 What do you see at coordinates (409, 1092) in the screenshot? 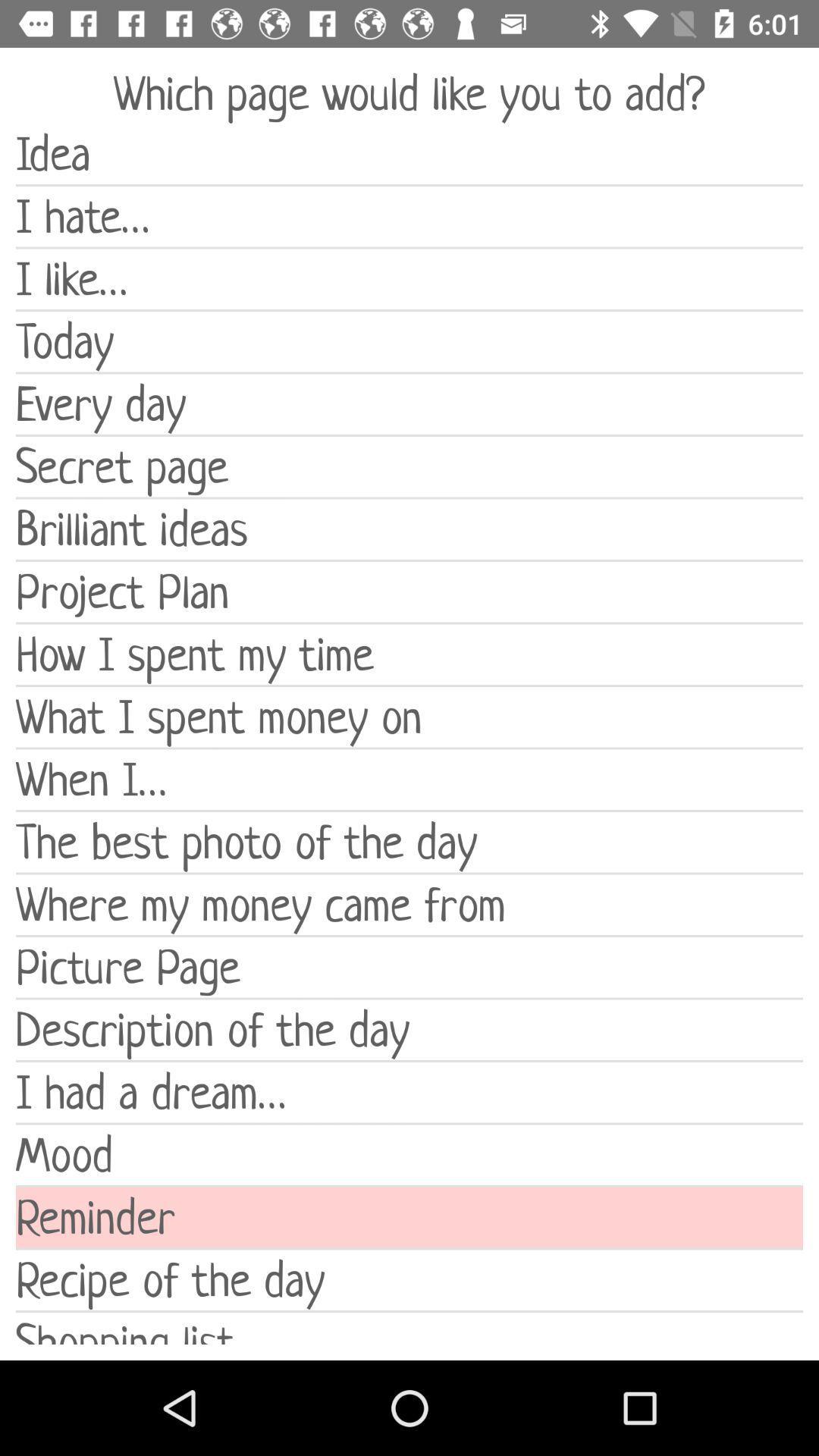
I see `i had a` at bounding box center [409, 1092].